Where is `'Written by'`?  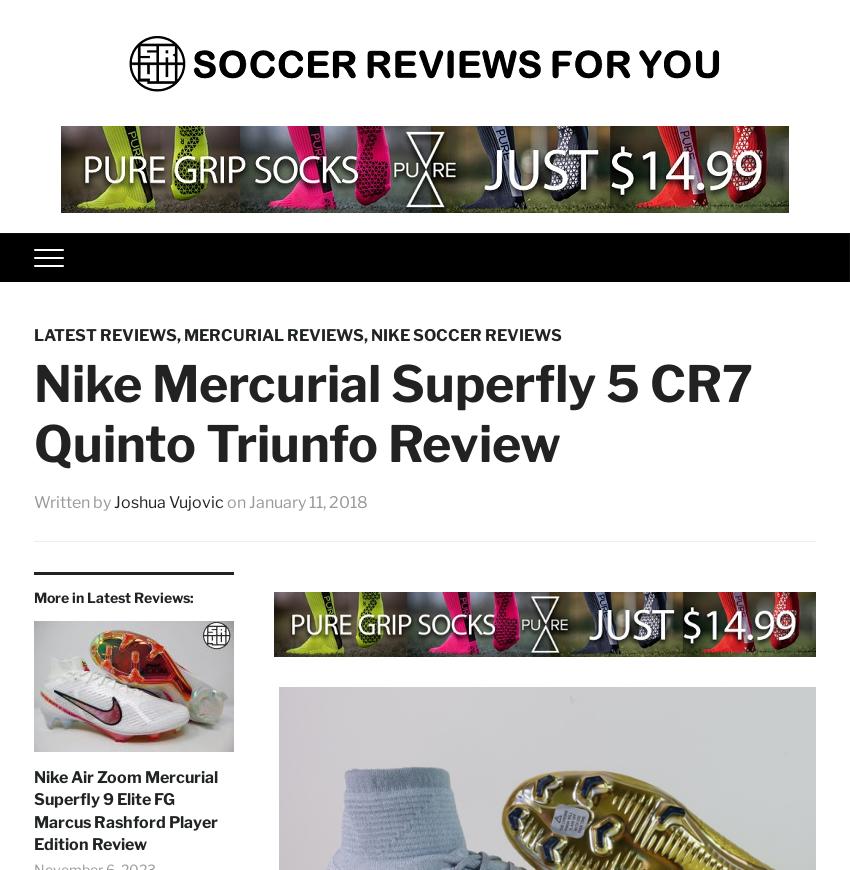 'Written by' is located at coordinates (74, 501).